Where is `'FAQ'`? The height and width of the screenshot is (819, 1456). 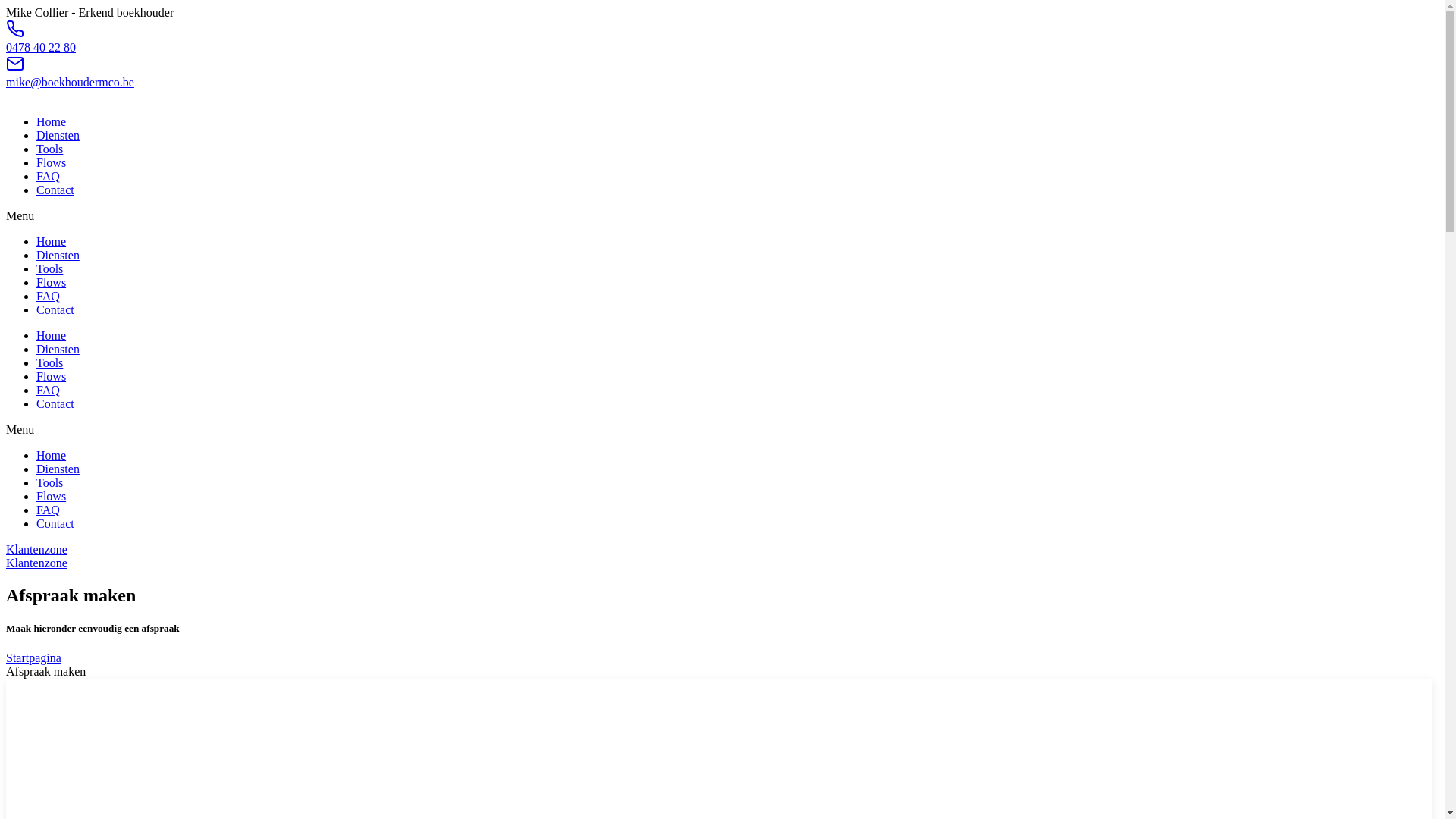 'FAQ' is located at coordinates (48, 296).